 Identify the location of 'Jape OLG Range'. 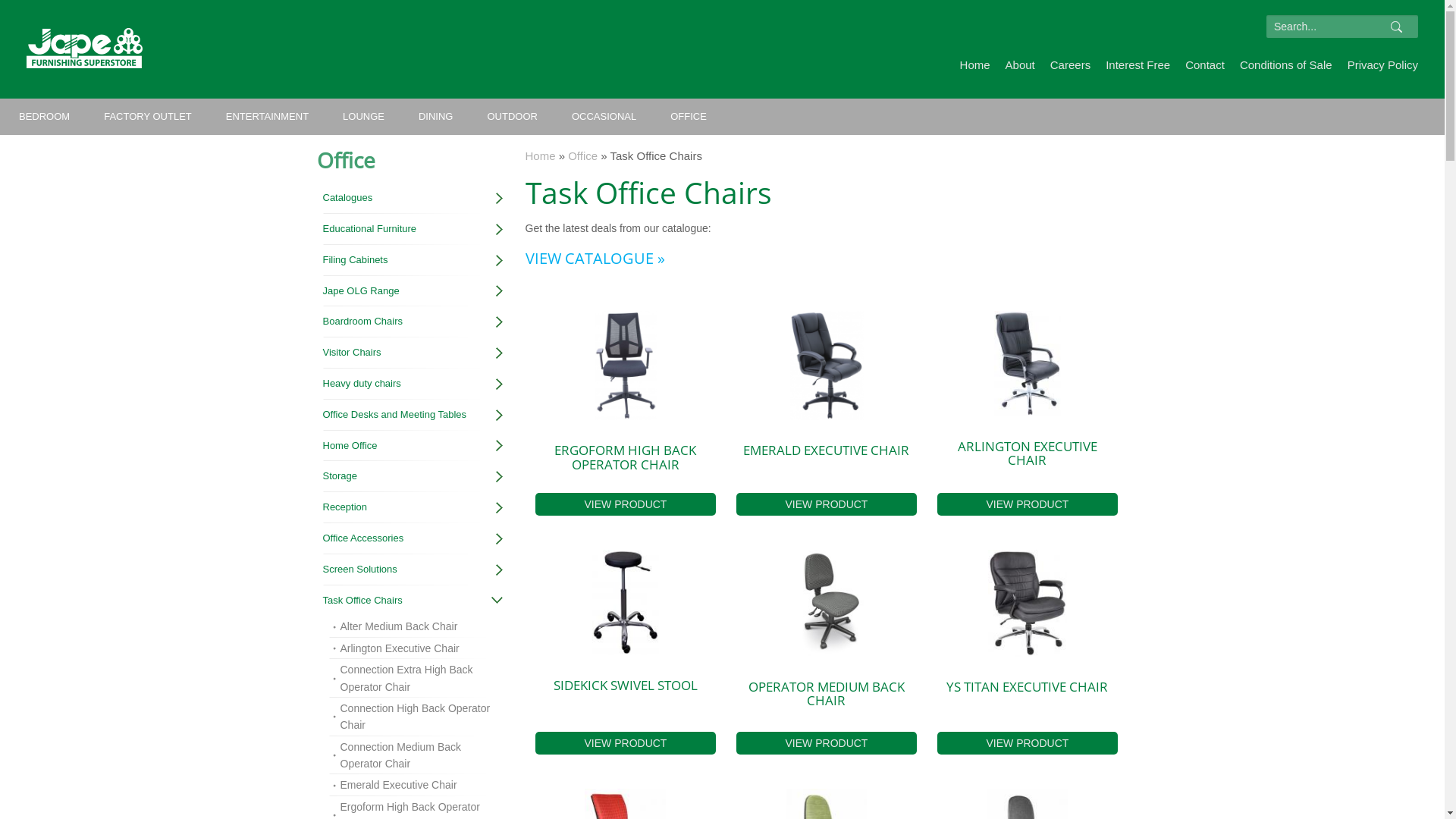
(413, 291).